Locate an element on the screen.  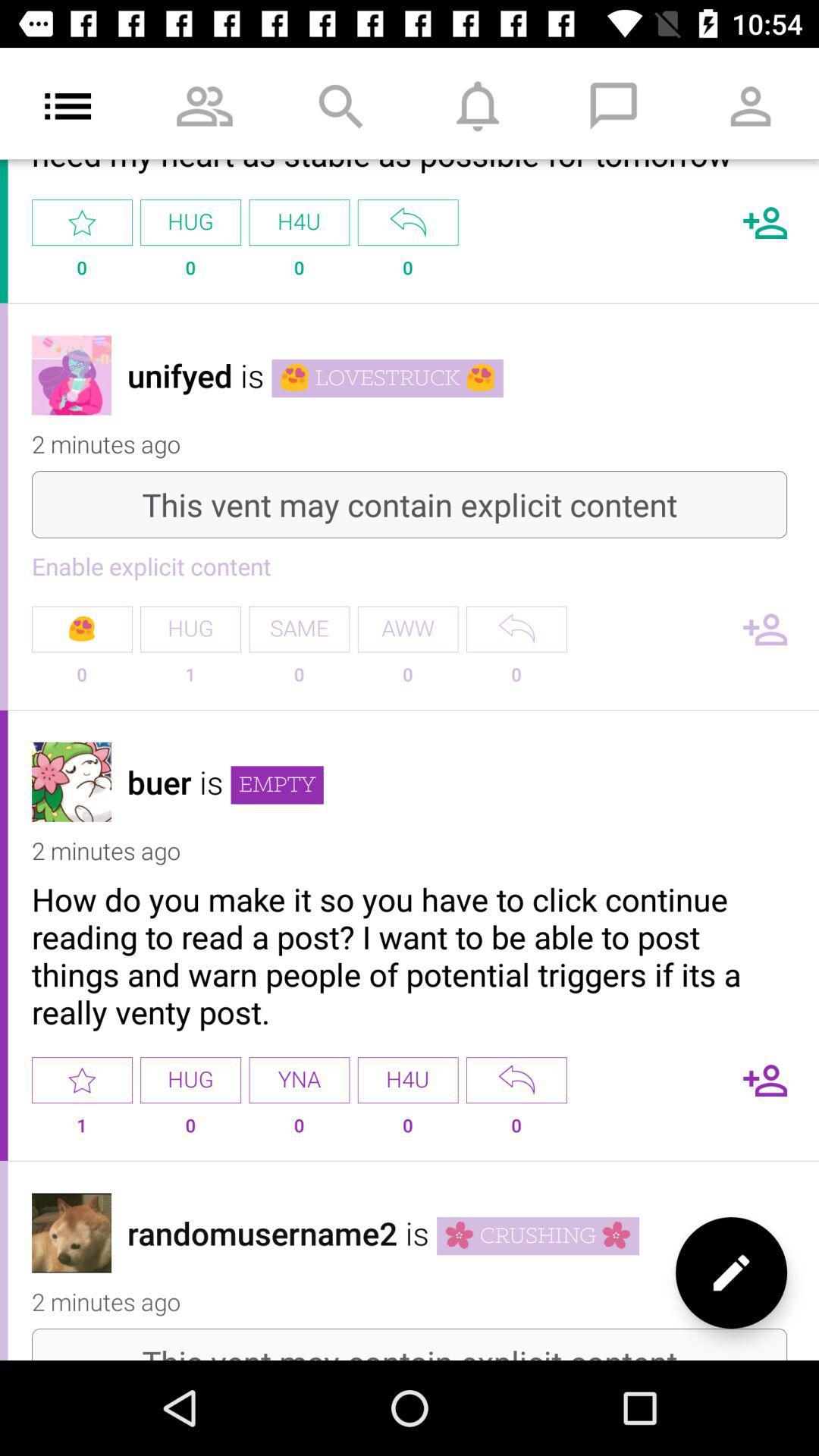
the app above 0 icon is located at coordinates (516, 629).